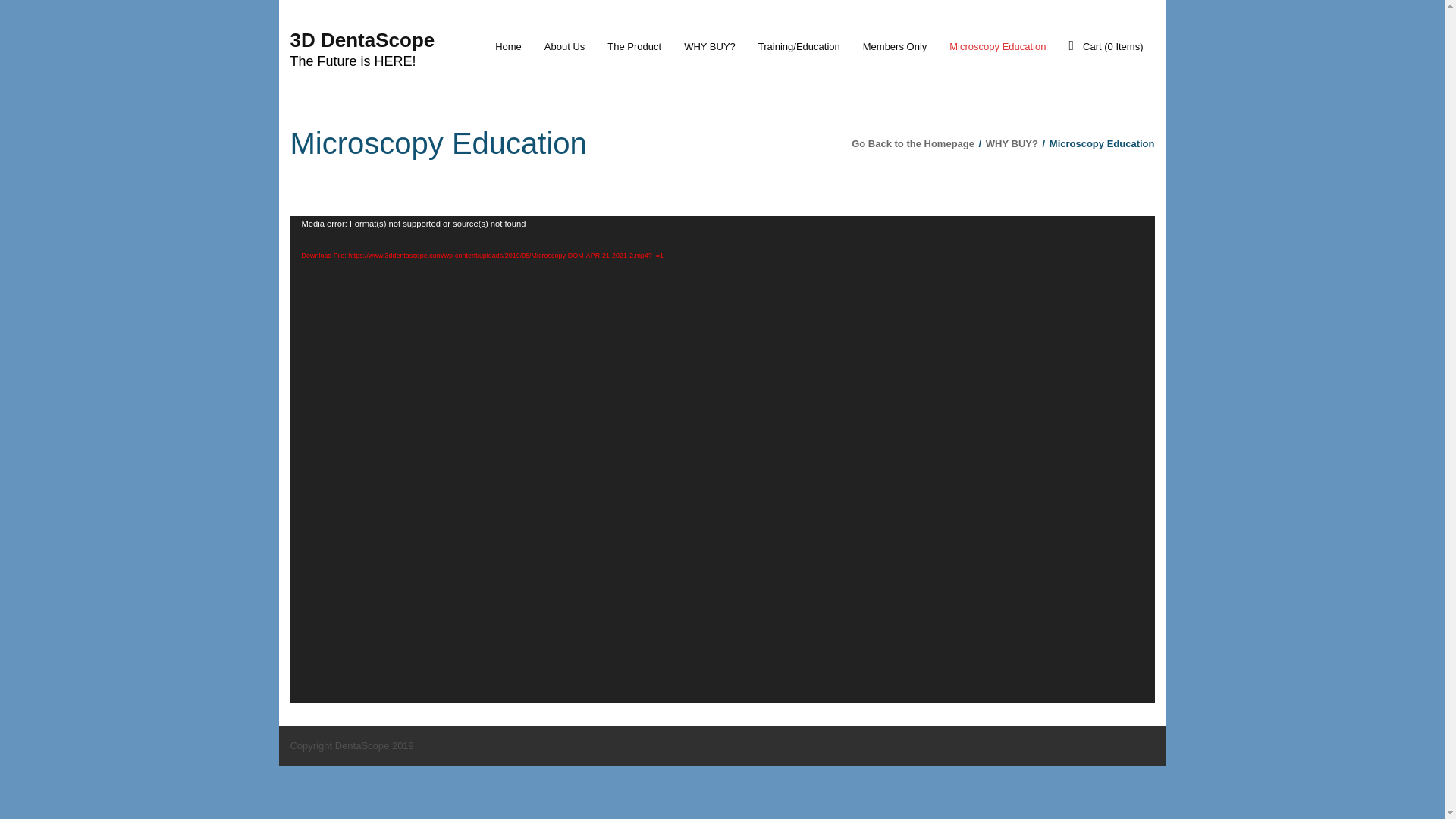  Describe the element at coordinates (634, 45) in the screenshot. I see `'The Product'` at that location.